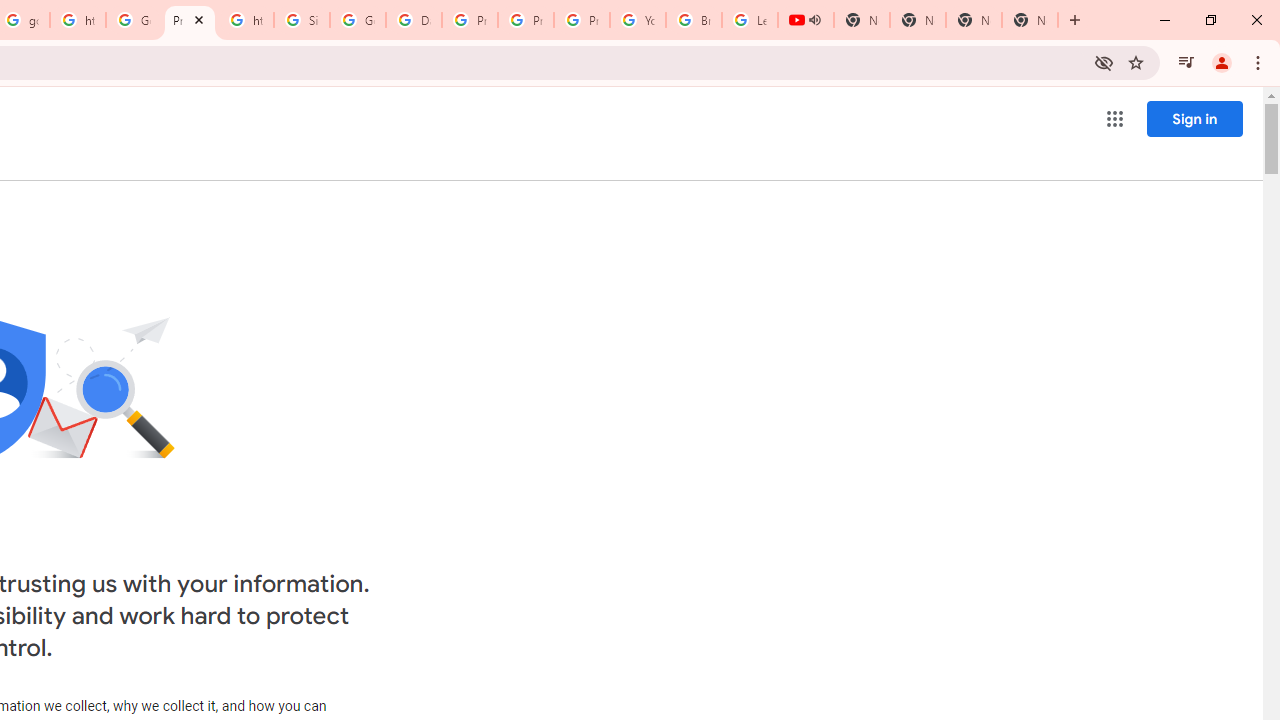  What do you see at coordinates (468, 20) in the screenshot?
I see `'Privacy Help Center - Policies Help'` at bounding box center [468, 20].